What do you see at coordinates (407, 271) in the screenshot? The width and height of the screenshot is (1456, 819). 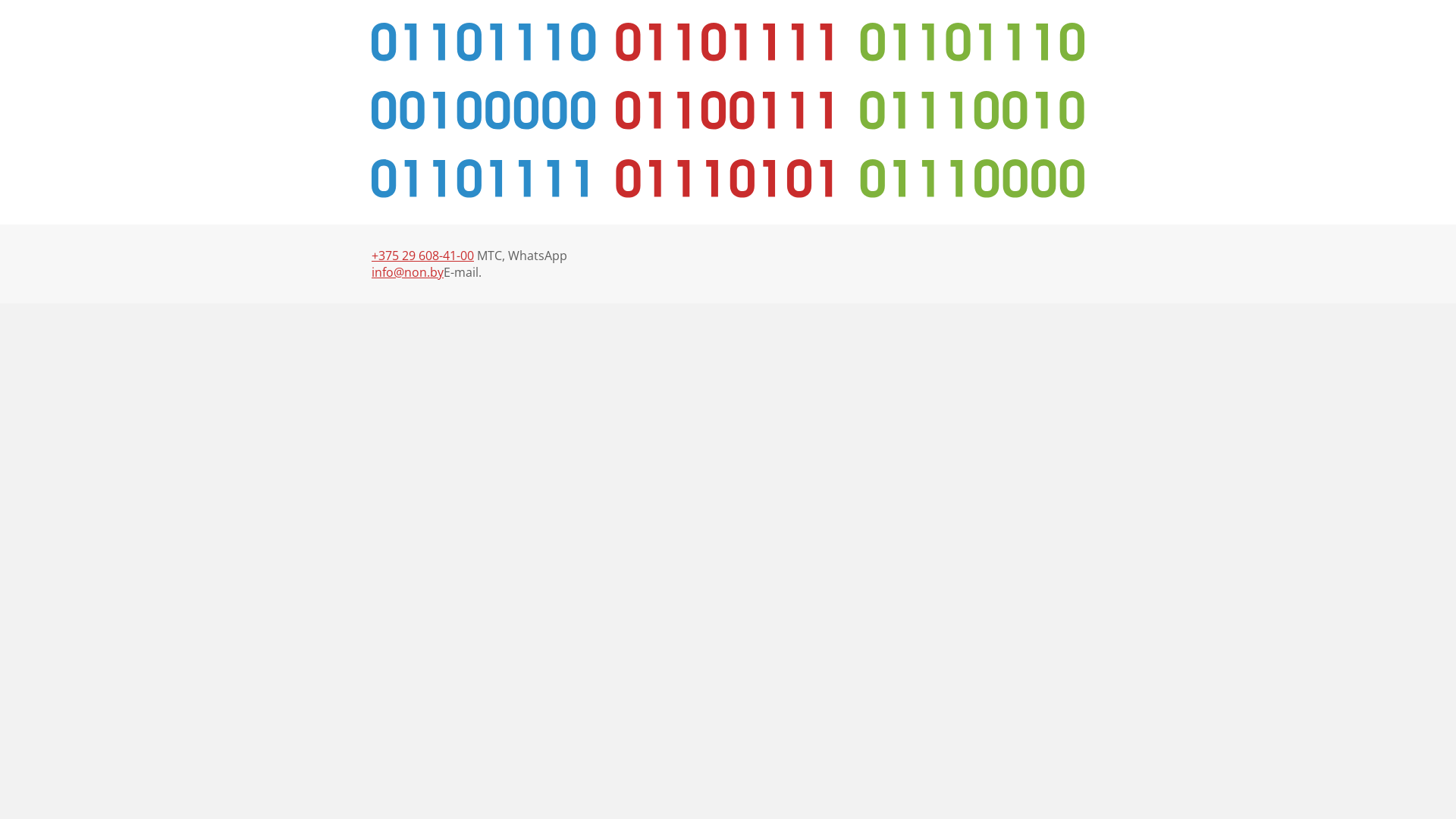 I see `'info@non.by'` at bounding box center [407, 271].